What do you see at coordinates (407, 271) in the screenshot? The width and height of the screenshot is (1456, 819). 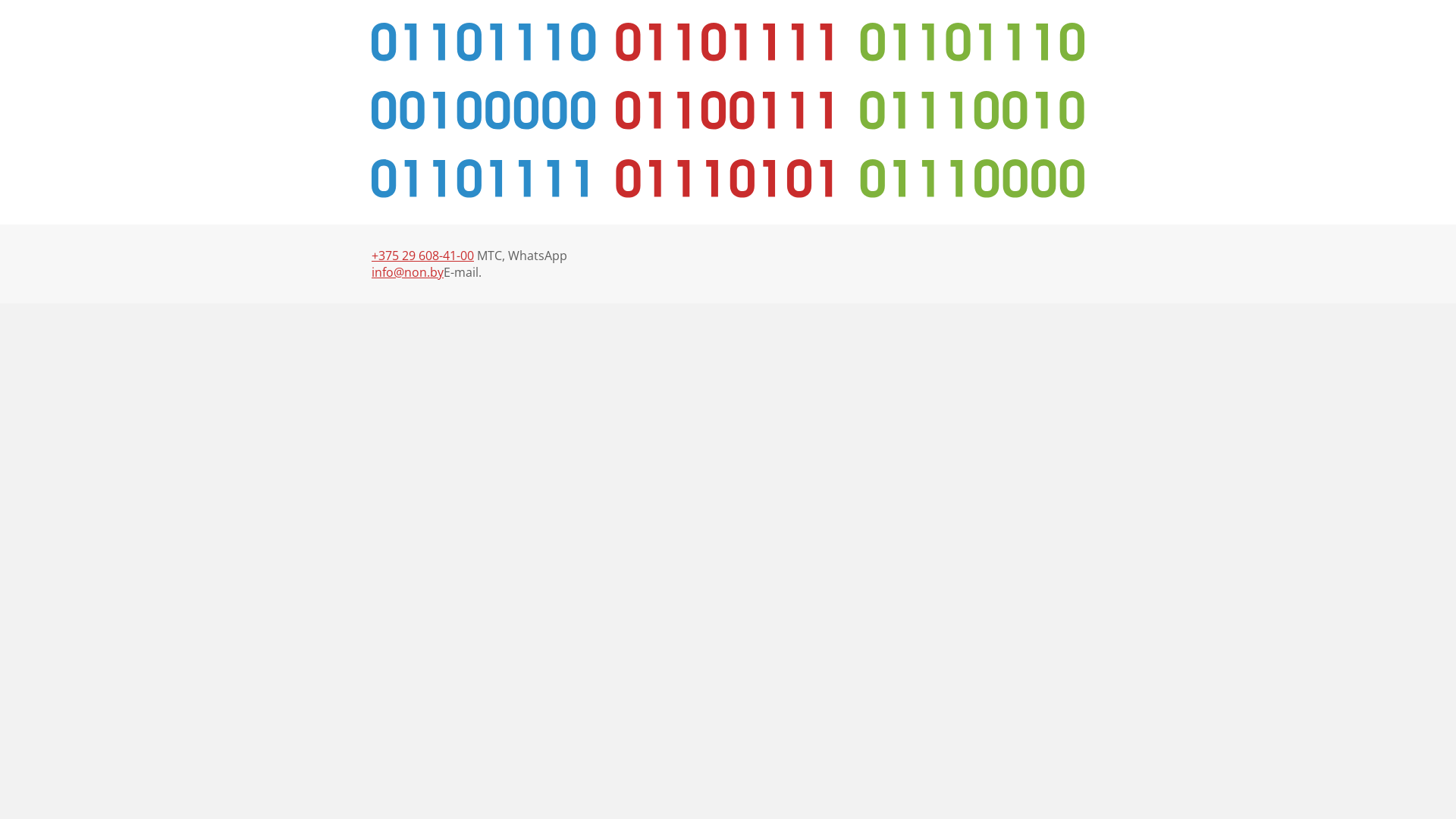 I see `'info@non.by'` at bounding box center [407, 271].